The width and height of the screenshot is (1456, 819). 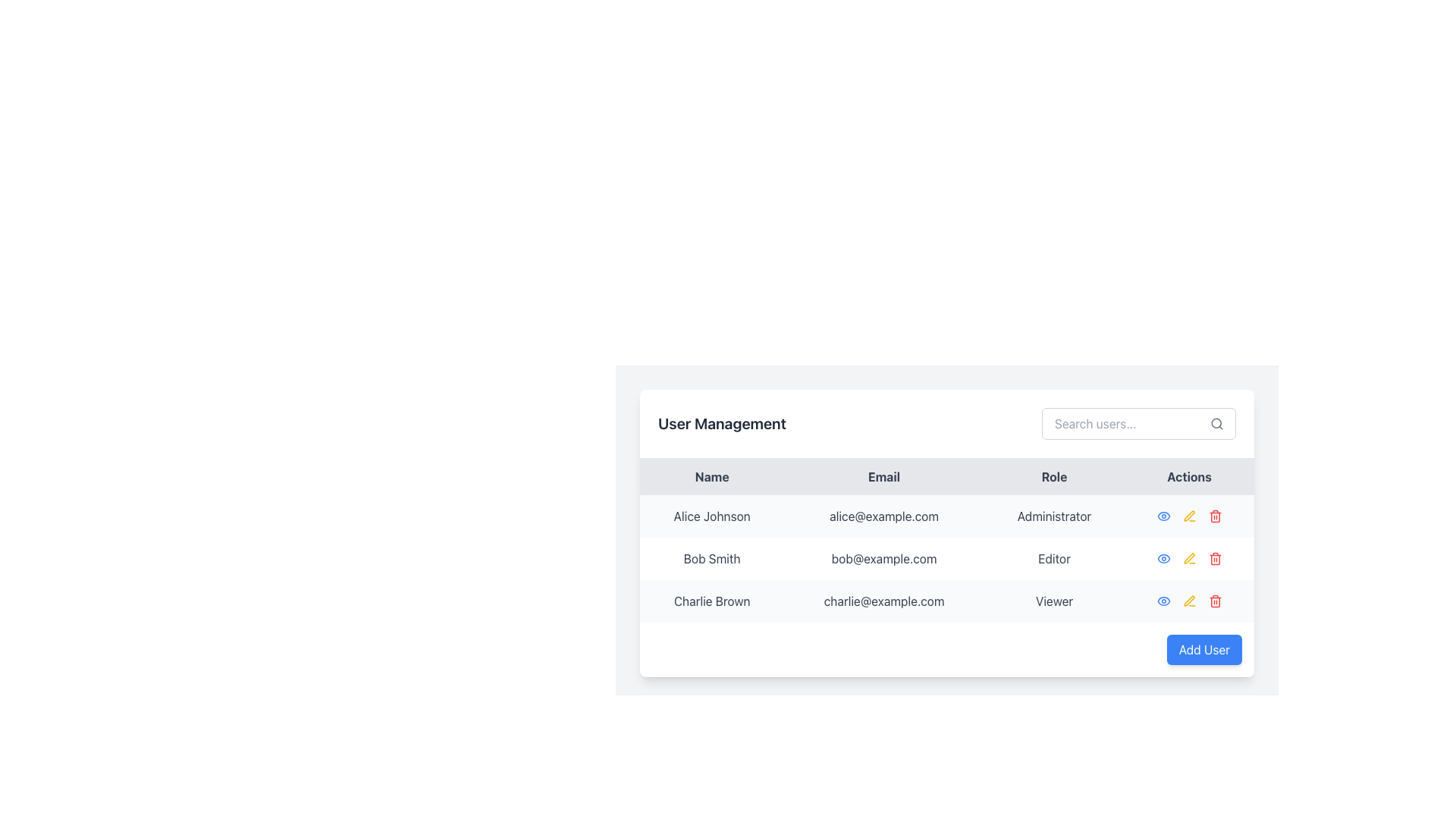 What do you see at coordinates (711, 601) in the screenshot?
I see `the text label displaying 'Charlie Brown' located in the last row under the 'User Management' header` at bounding box center [711, 601].